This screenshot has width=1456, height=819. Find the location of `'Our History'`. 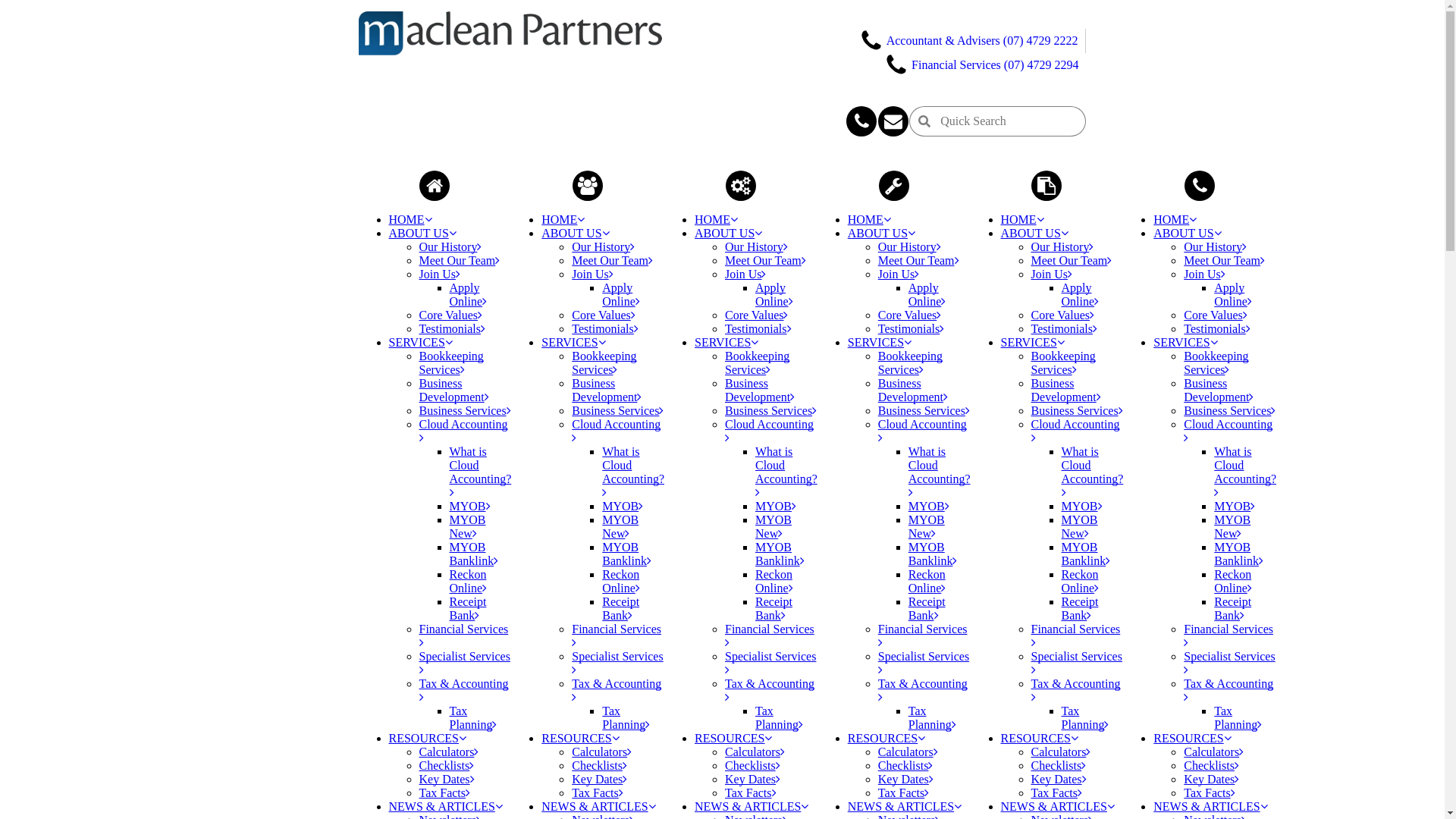

'Our History' is located at coordinates (1215, 246).